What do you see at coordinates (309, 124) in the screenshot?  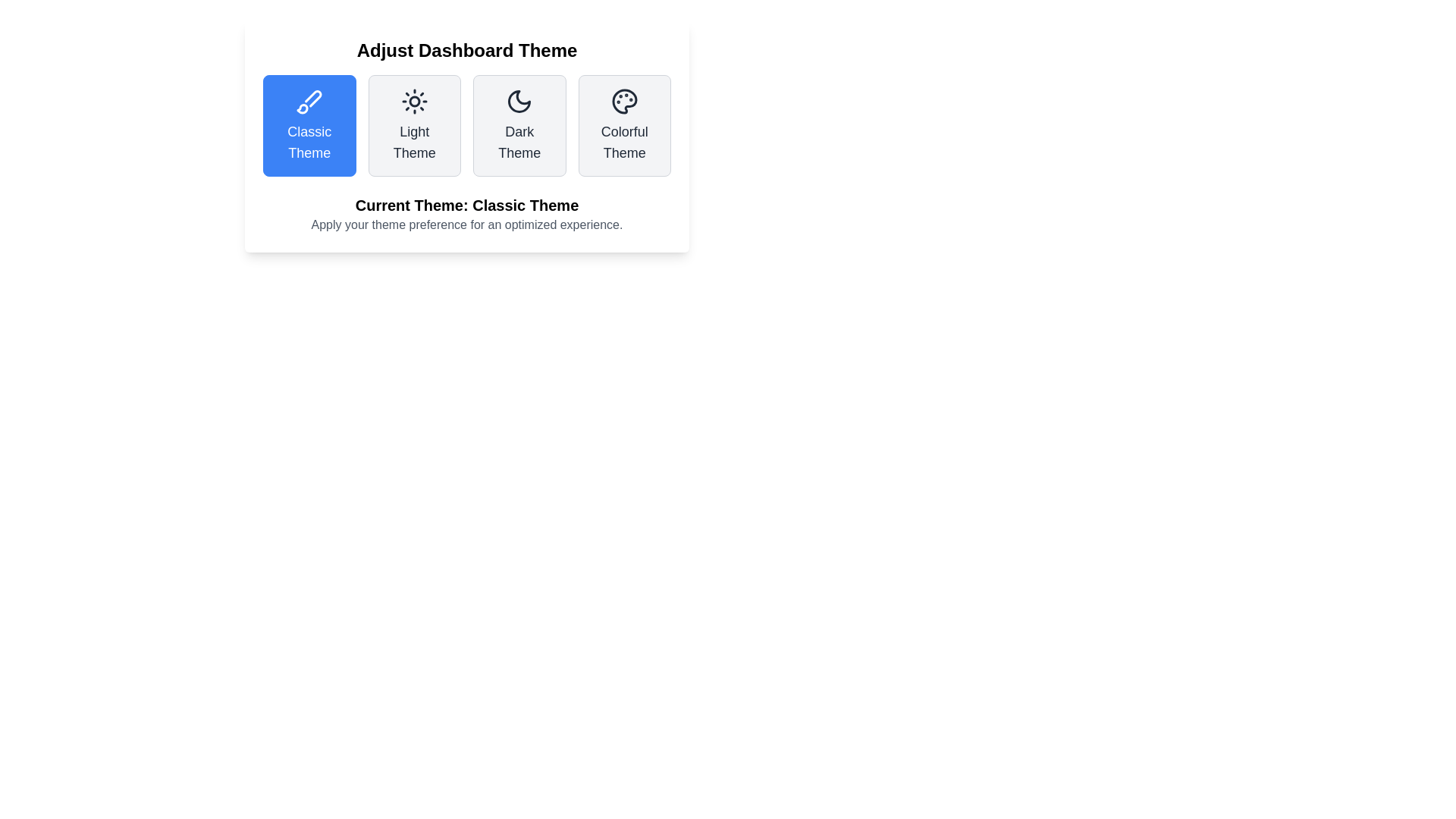 I see `the 'Classic Theme' button located at the top-left of the theme options row` at bounding box center [309, 124].